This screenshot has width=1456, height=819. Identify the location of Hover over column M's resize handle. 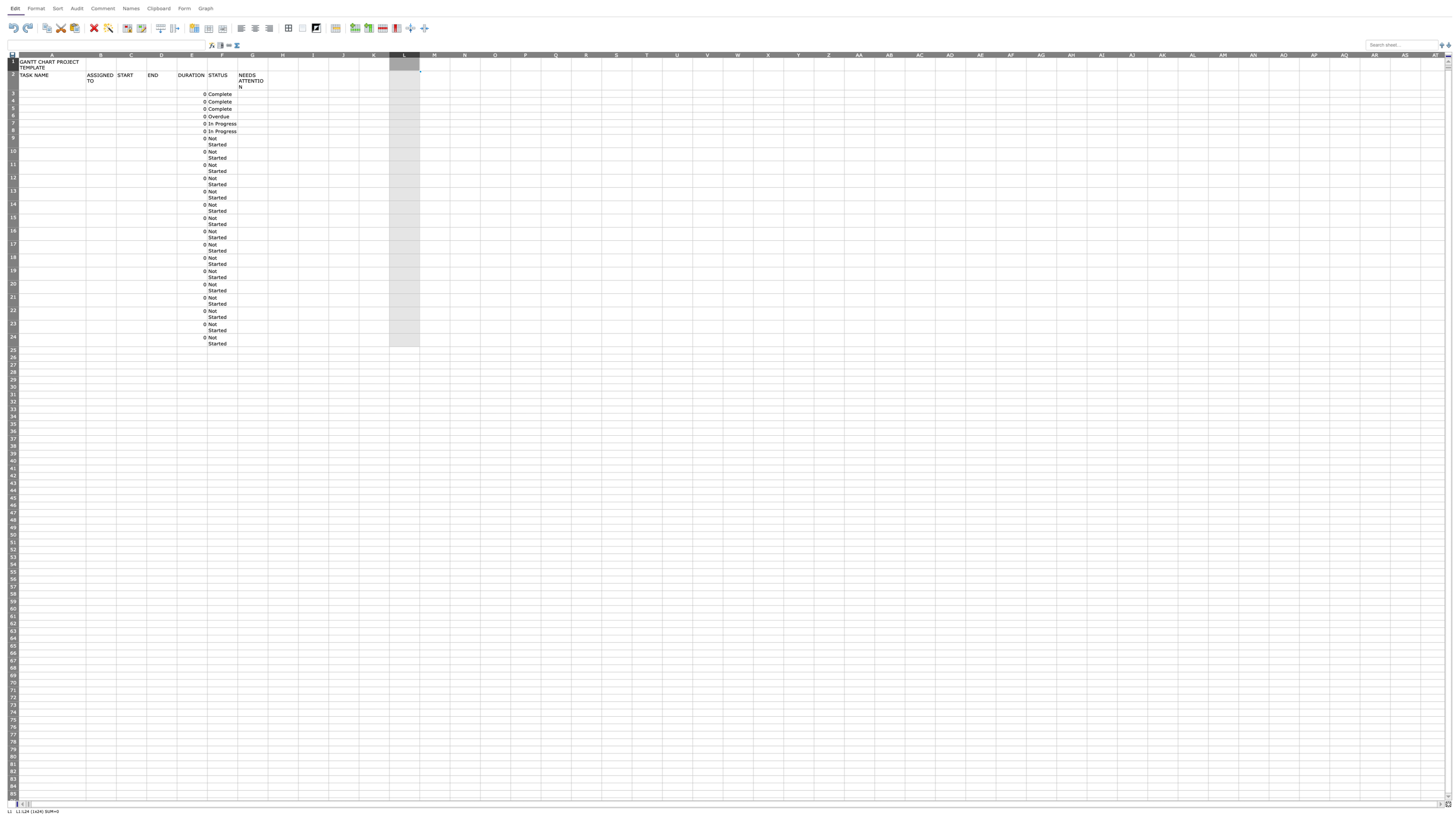
(449, 54).